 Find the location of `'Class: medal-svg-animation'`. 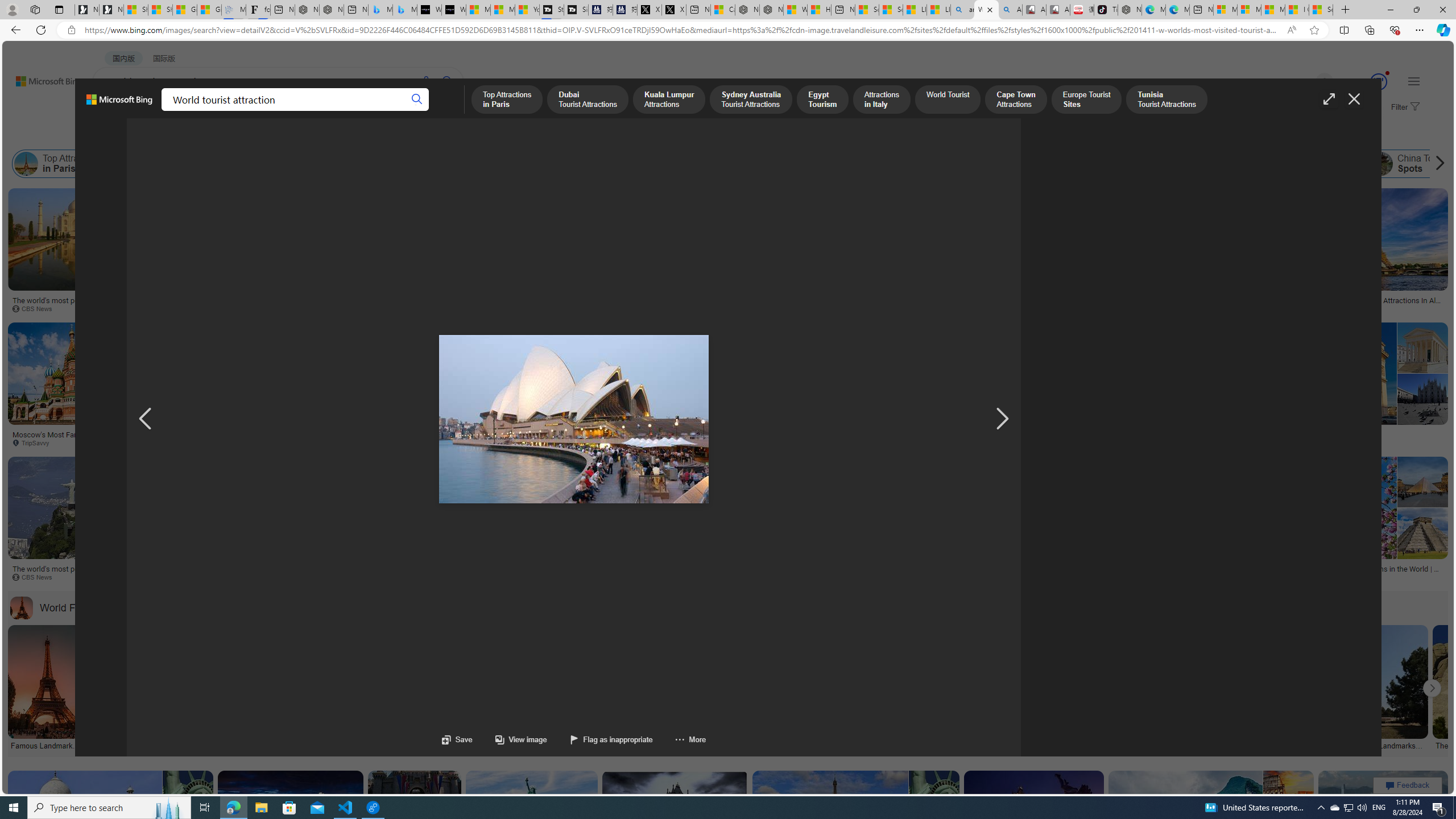

'Class: medal-svg-animation' is located at coordinates (1379, 81).